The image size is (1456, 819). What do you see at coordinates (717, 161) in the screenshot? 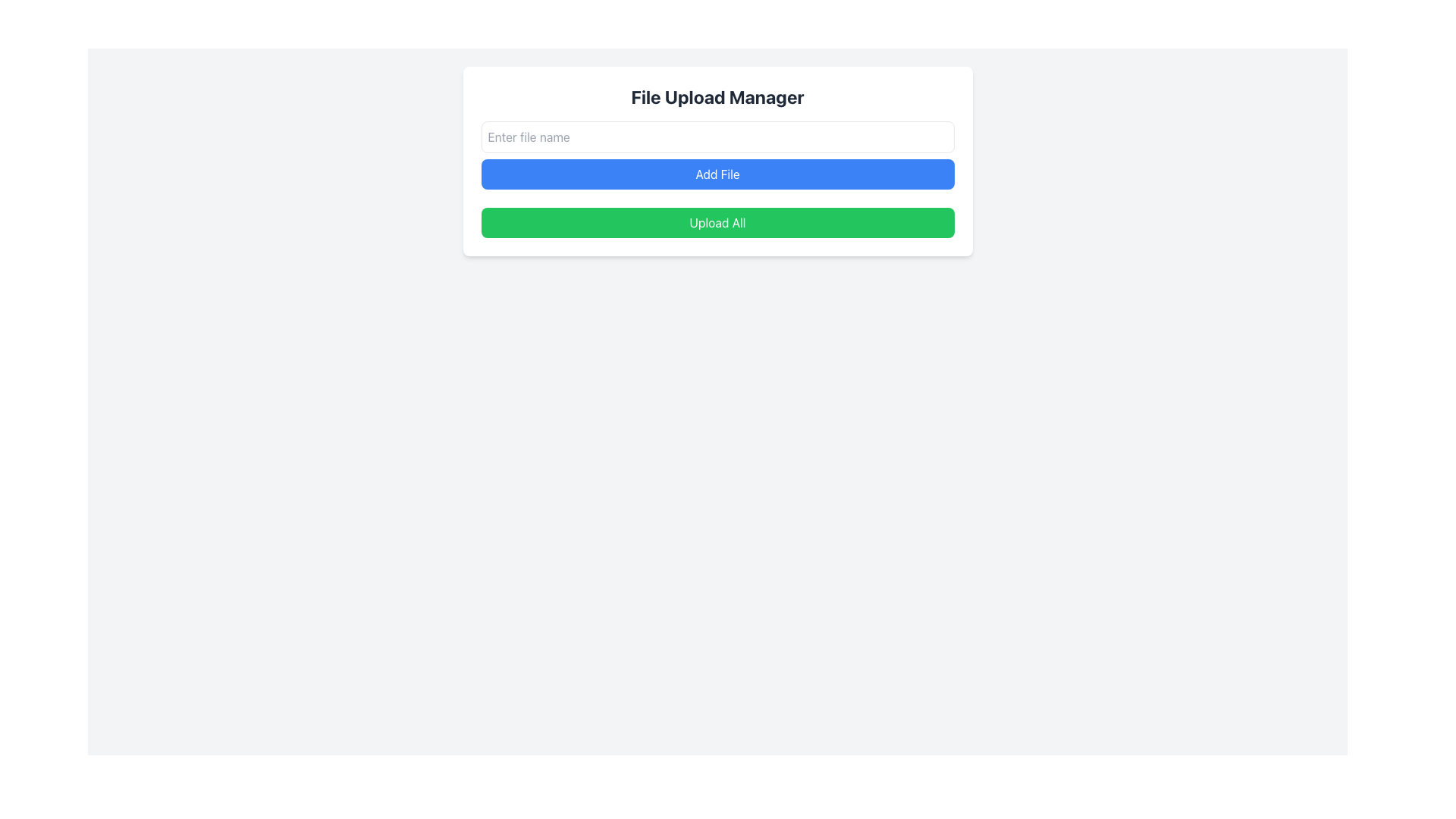
I see `the rectangular blue button labeled 'Add File', which is positioned centrally below the 'Enter file name' input box and above the 'Upload All' green button` at bounding box center [717, 161].